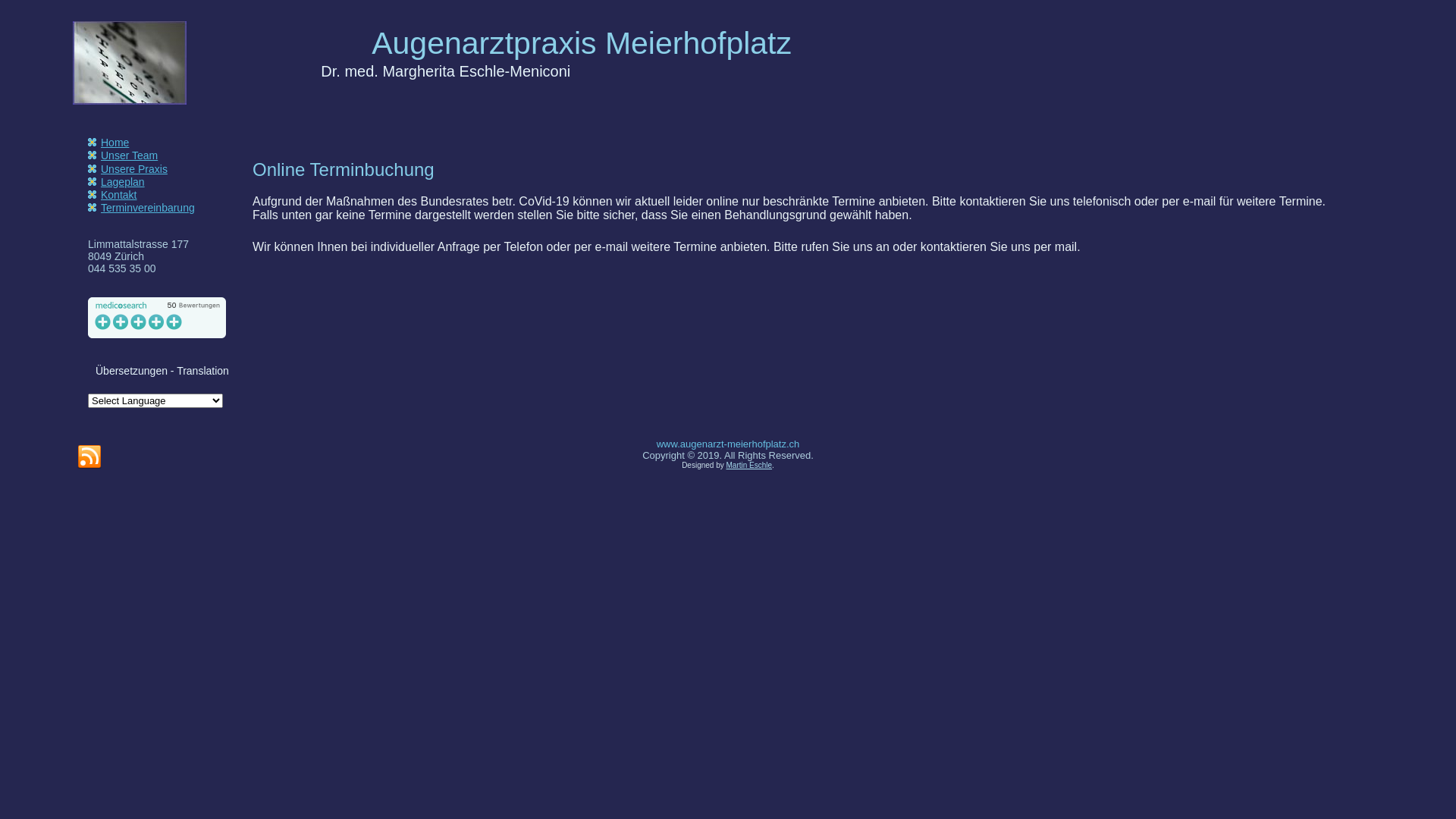 This screenshot has height=819, width=1456. What do you see at coordinates (76, 455) in the screenshot?
I see `'RSS'` at bounding box center [76, 455].